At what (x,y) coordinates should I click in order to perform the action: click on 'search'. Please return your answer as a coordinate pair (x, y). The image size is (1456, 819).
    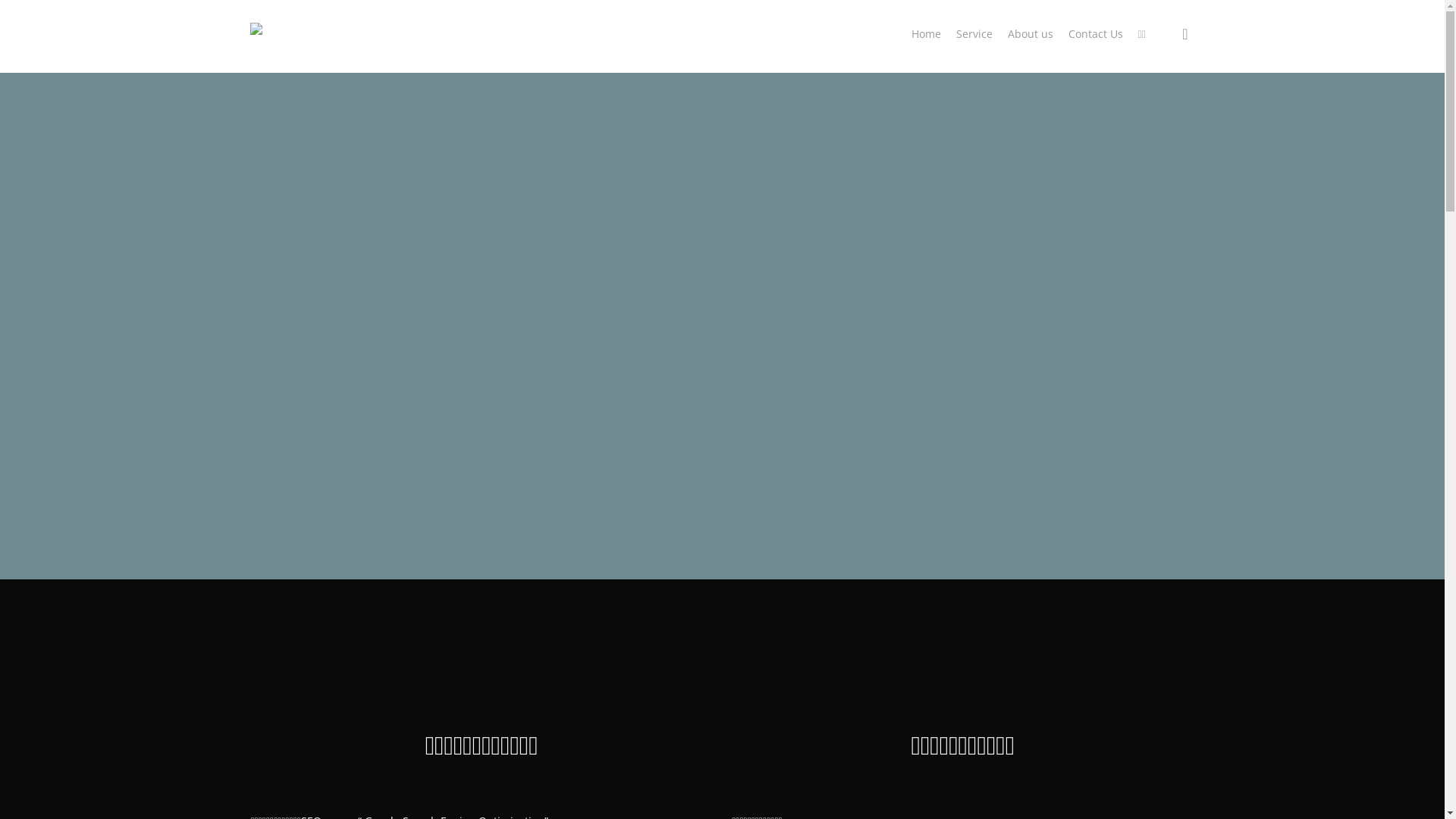
    Looking at the image, I should click on (1185, 33).